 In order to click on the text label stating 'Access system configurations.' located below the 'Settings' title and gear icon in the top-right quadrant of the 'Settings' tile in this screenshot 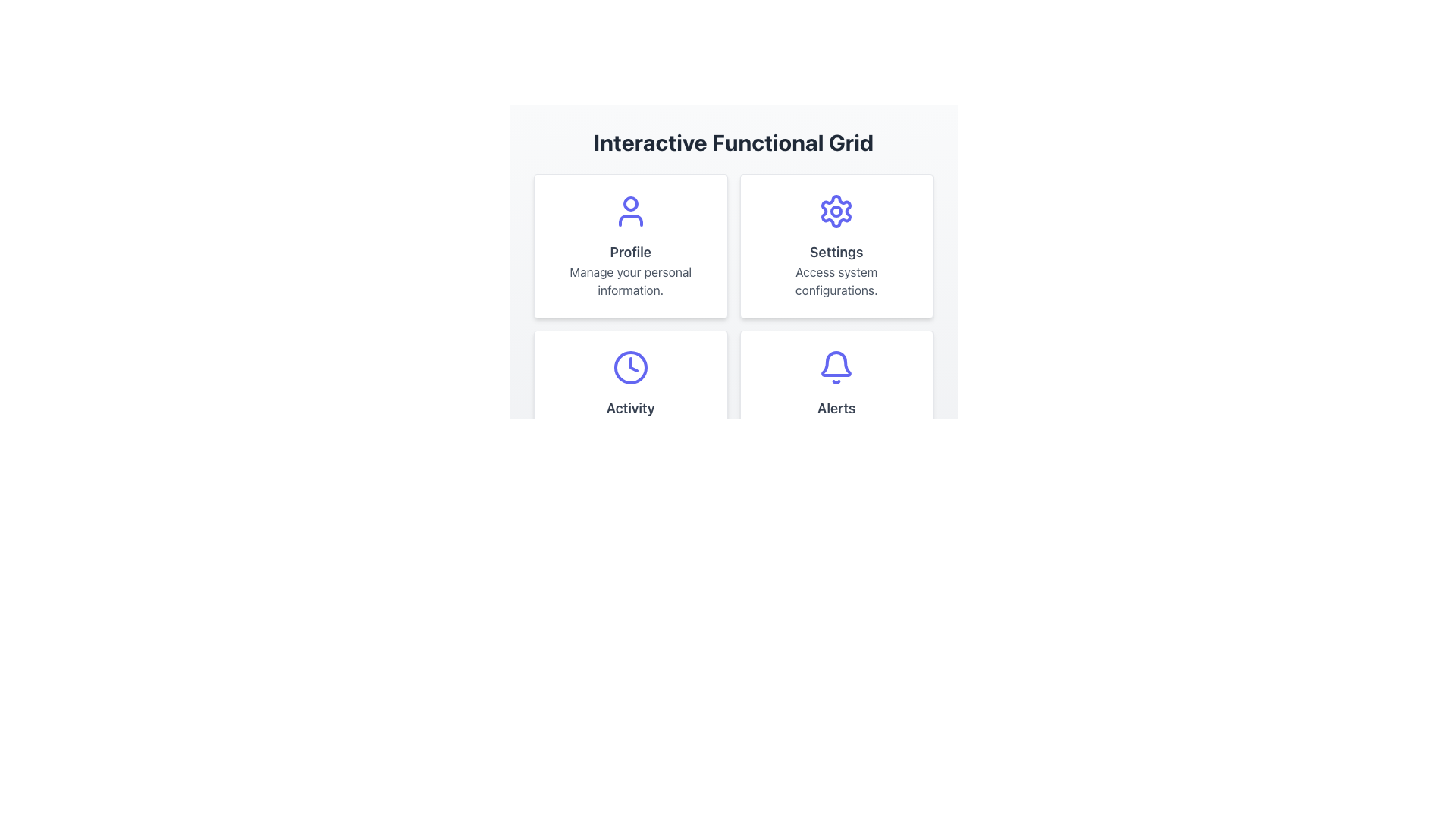, I will do `click(836, 281)`.